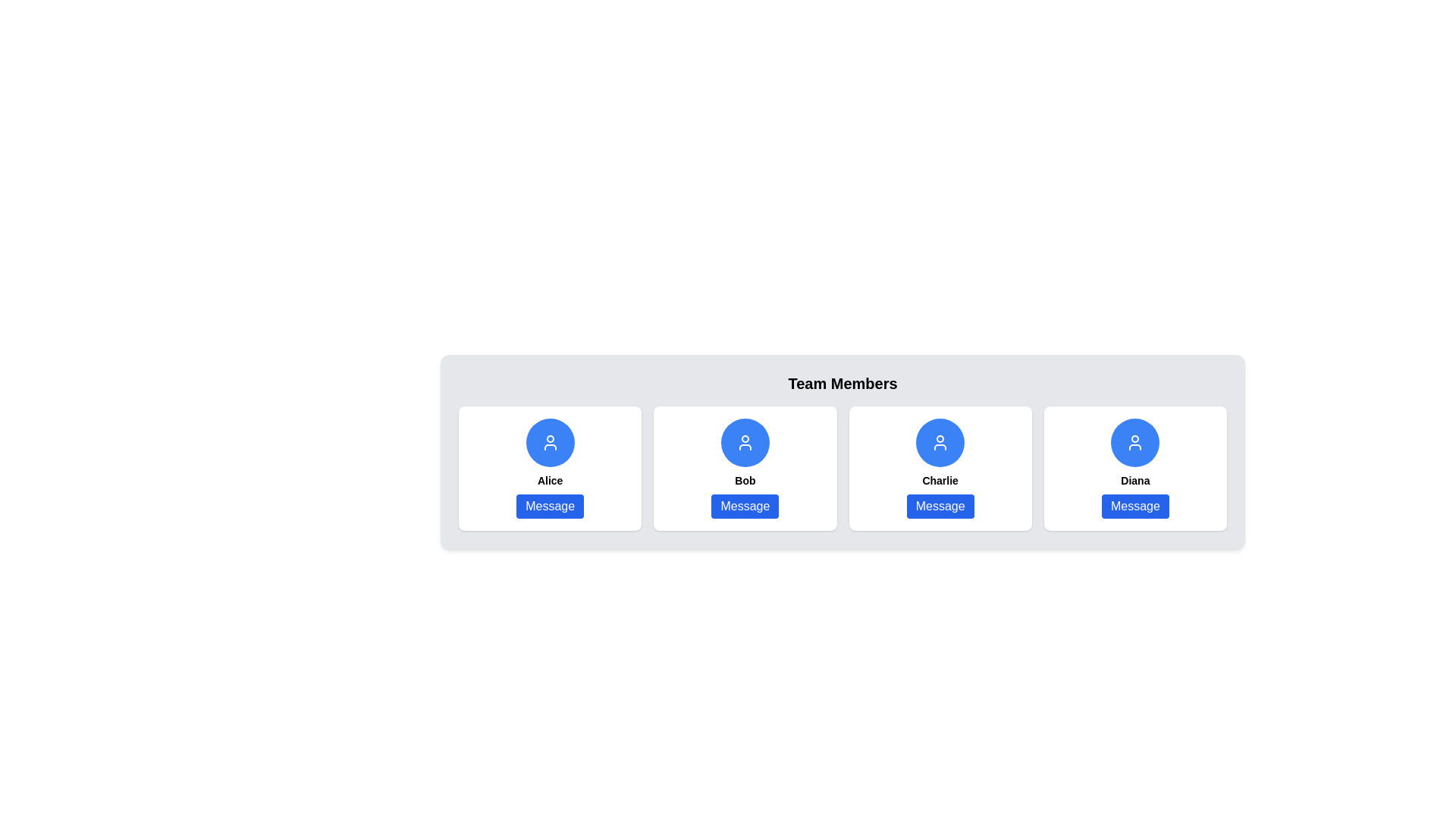 This screenshot has height=819, width=1456. Describe the element at coordinates (1135, 467) in the screenshot. I see `the 'Message' button on the user card representing 'Diana' located in the fourth position of a 4-column grid layout` at that location.